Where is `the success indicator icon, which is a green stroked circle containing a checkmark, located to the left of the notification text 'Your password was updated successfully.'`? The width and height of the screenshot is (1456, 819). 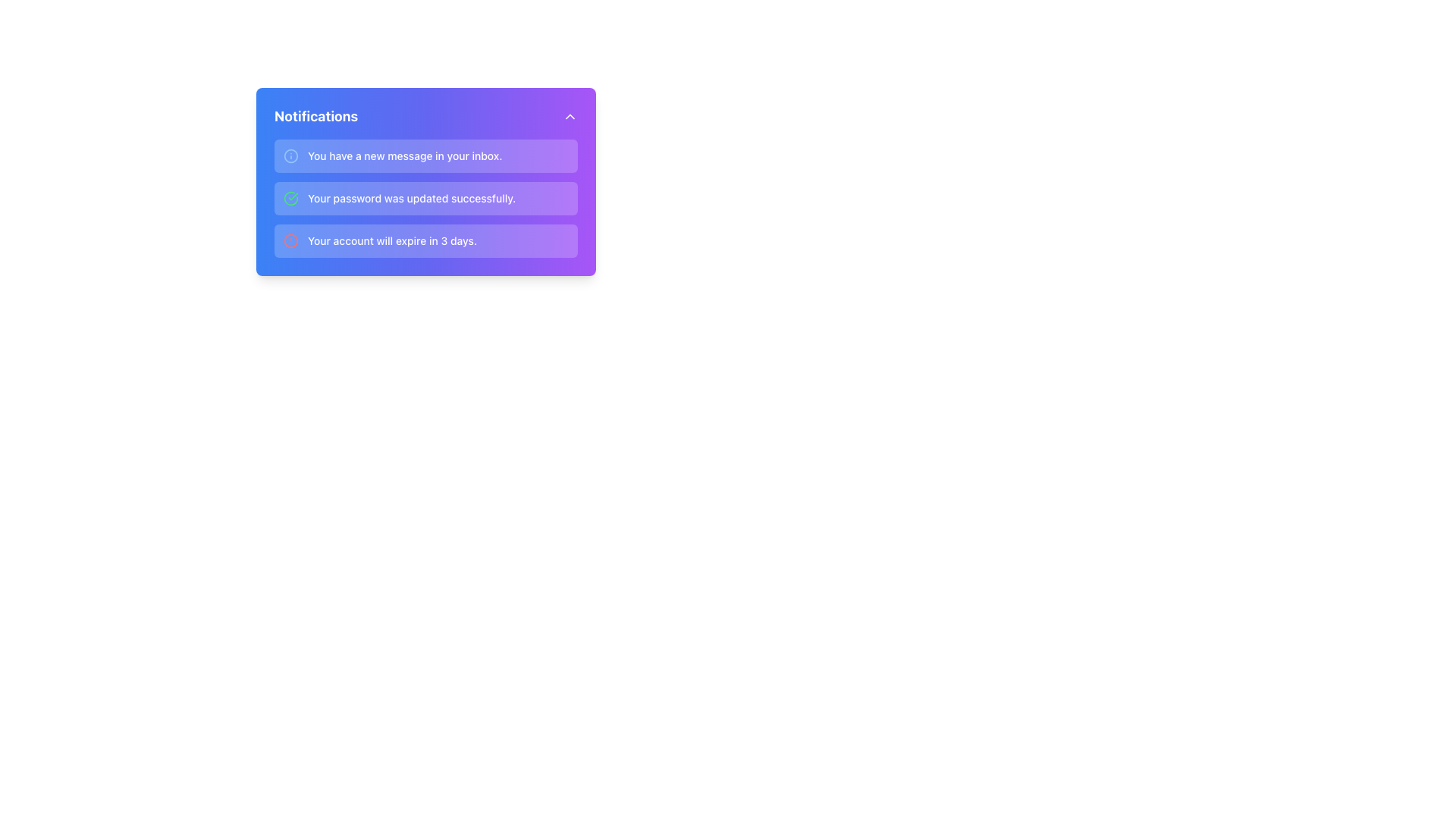
the success indicator icon, which is a green stroked circle containing a checkmark, located to the left of the notification text 'Your password was updated successfully.' is located at coordinates (291, 198).